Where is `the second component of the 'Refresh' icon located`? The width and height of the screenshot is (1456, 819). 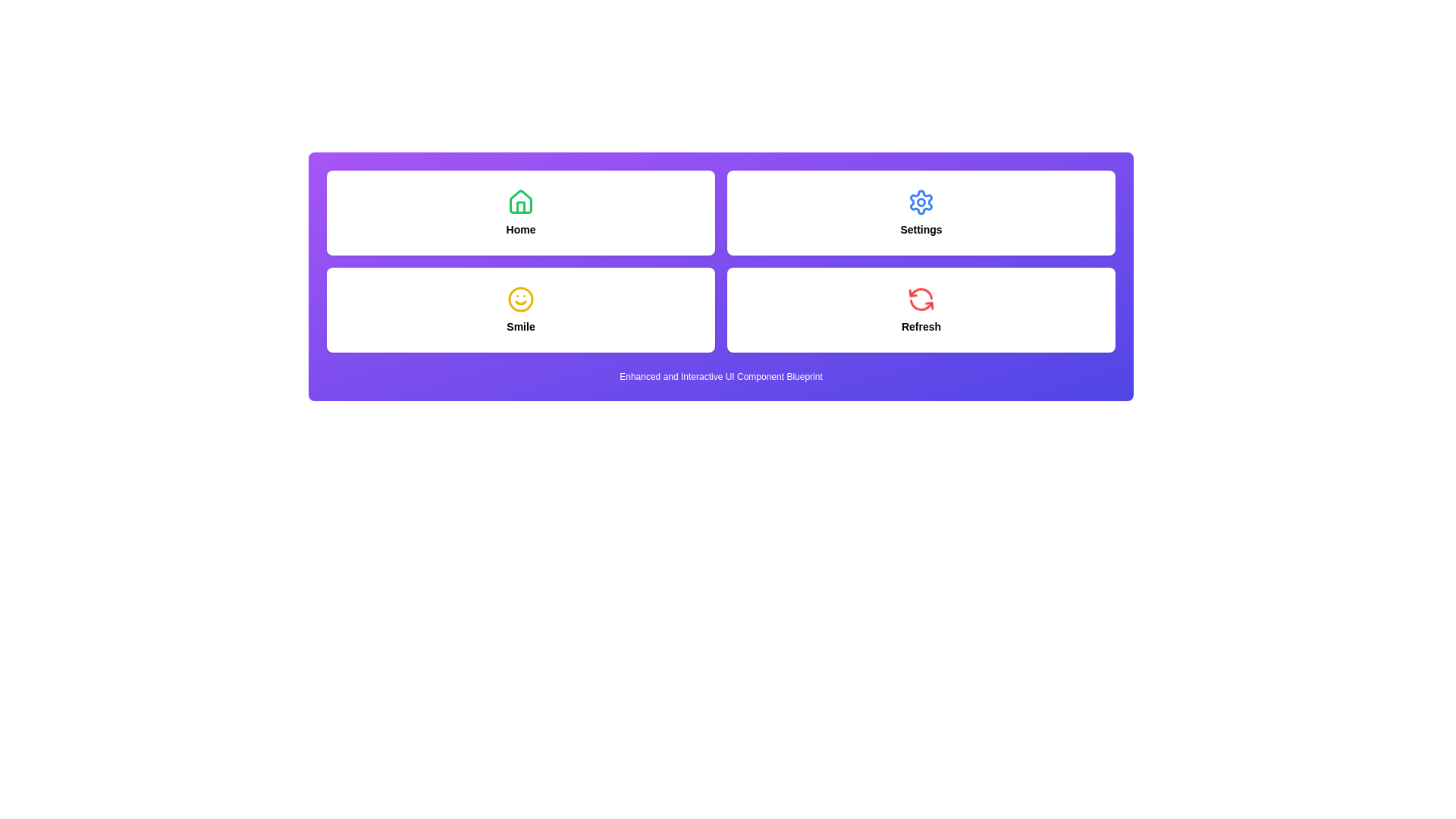 the second component of the 'Refresh' icon located is located at coordinates (930, 304).